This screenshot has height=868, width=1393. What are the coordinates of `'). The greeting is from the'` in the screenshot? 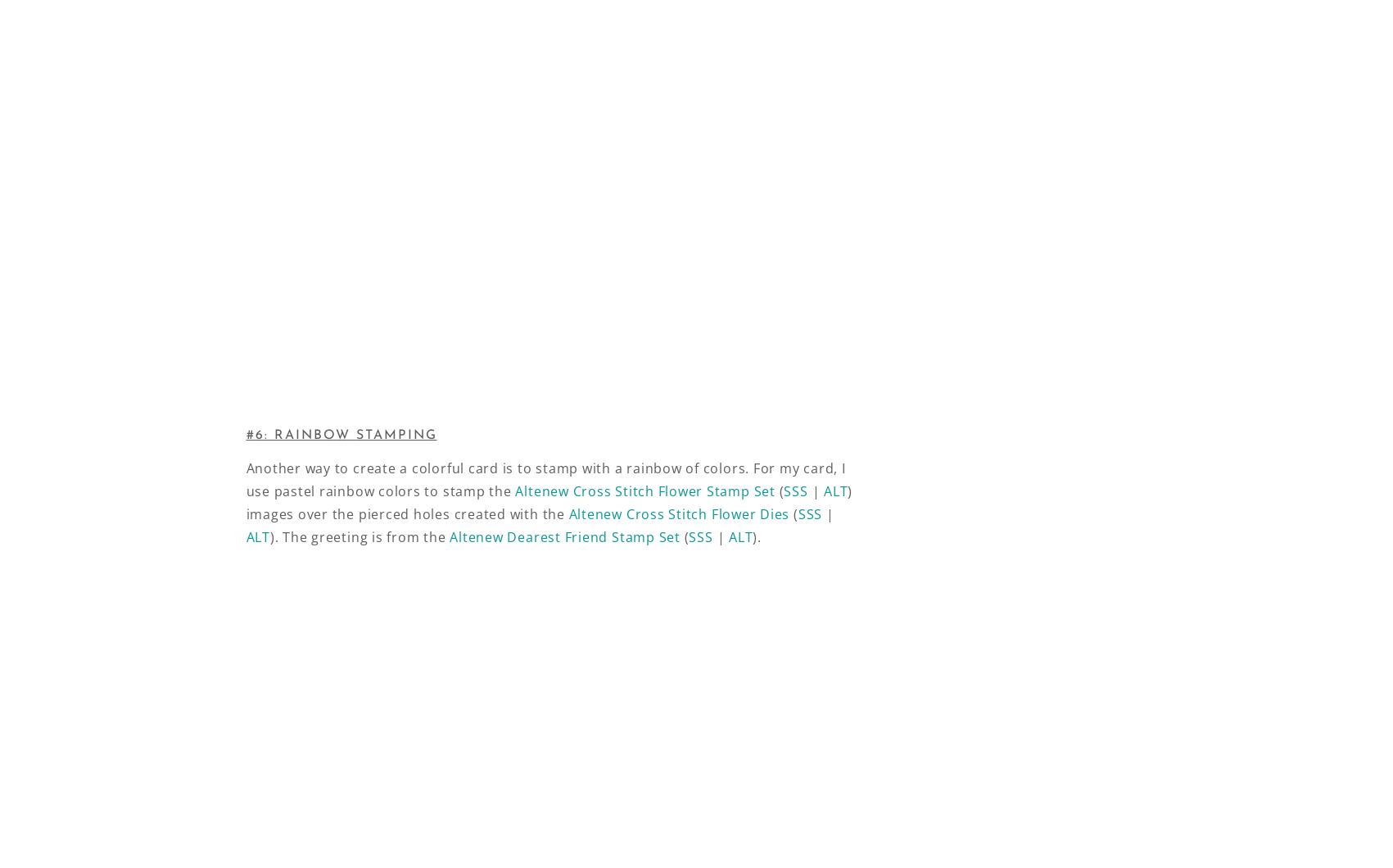 It's located at (269, 537).